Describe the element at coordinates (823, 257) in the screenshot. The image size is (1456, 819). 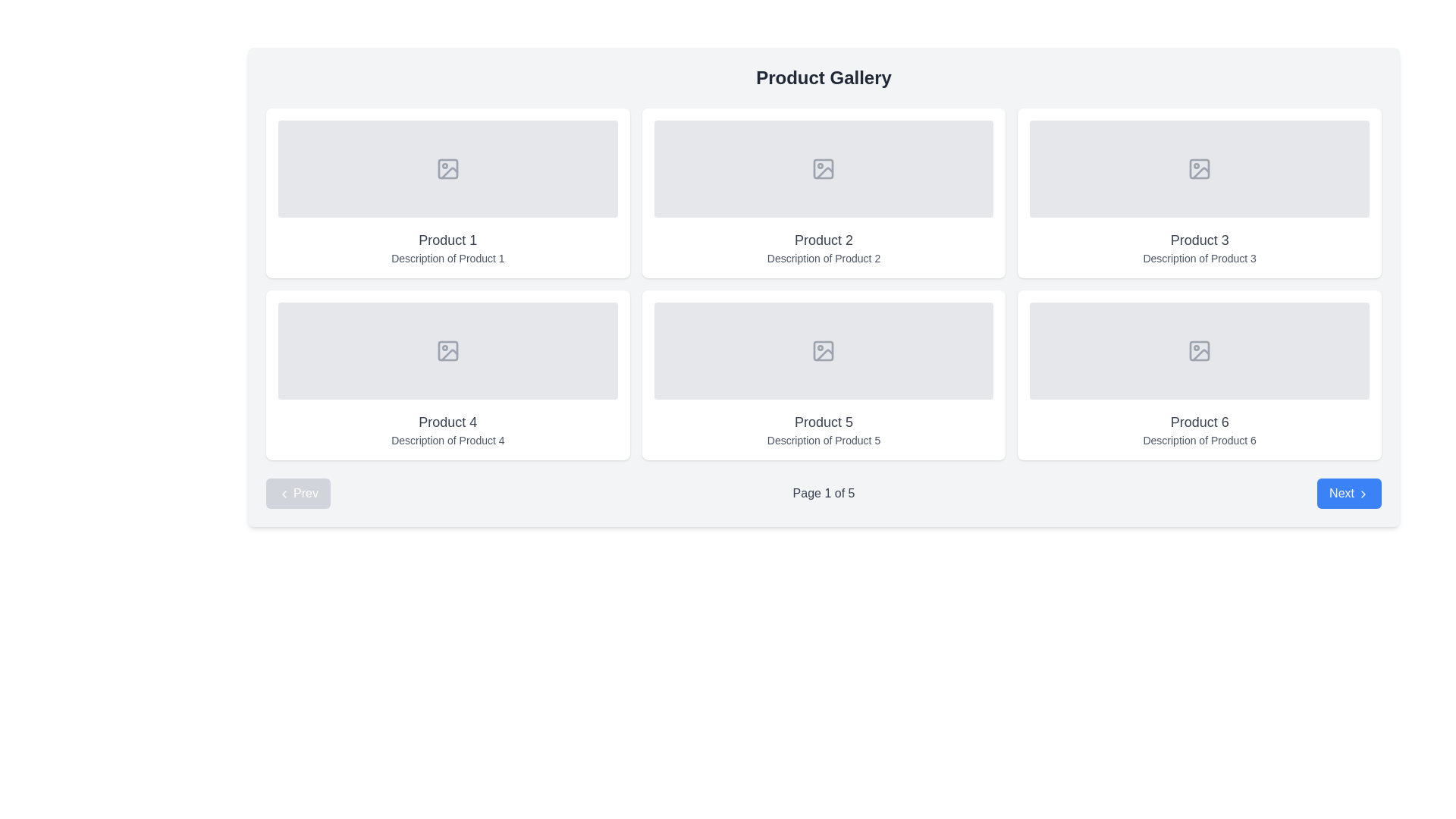
I see `the text label that reads 'Description of Product 2', which is styled with a gray color and located below the 'Product 2' title in the second card of the product grid` at that location.